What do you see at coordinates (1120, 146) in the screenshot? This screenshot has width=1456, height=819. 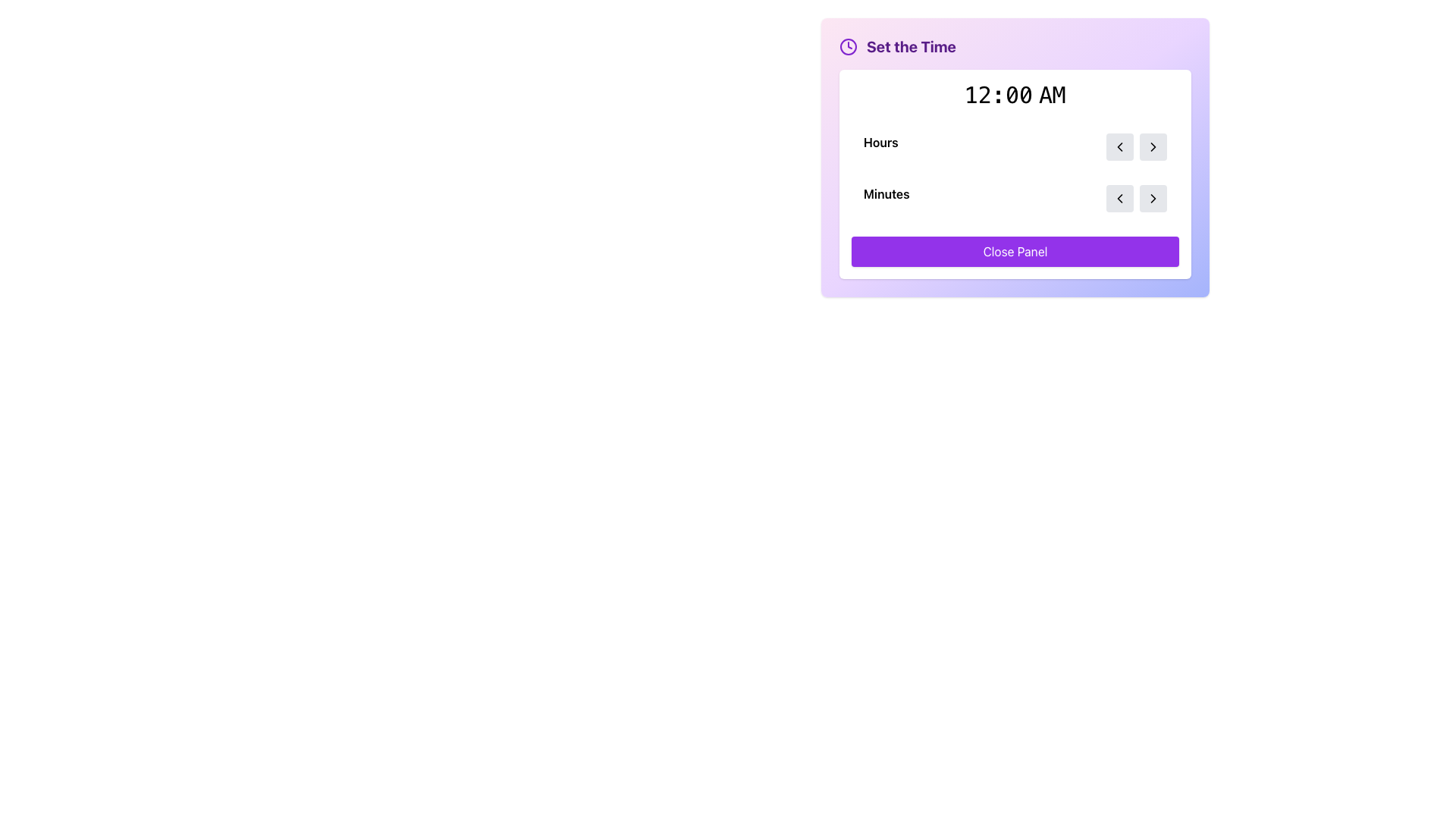 I see `the decrement hour icon button located at the top-right corner of the panel under the 'Hours' label, which is positioned to the left of the right-pointing chevron button` at bounding box center [1120, 146].